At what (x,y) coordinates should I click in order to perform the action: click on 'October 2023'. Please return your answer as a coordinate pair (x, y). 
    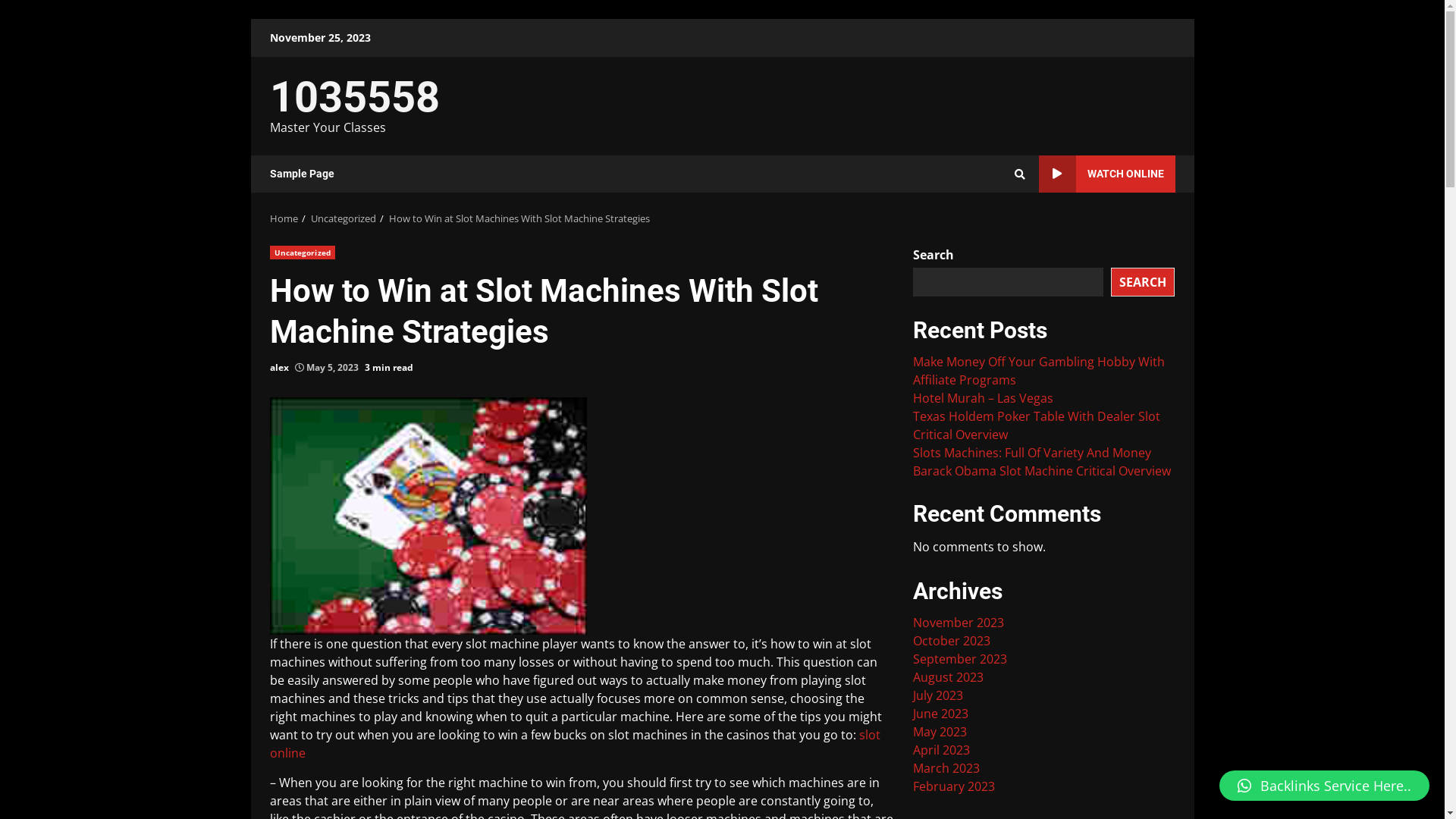
    Looking at the image, I should click on (950, 640).